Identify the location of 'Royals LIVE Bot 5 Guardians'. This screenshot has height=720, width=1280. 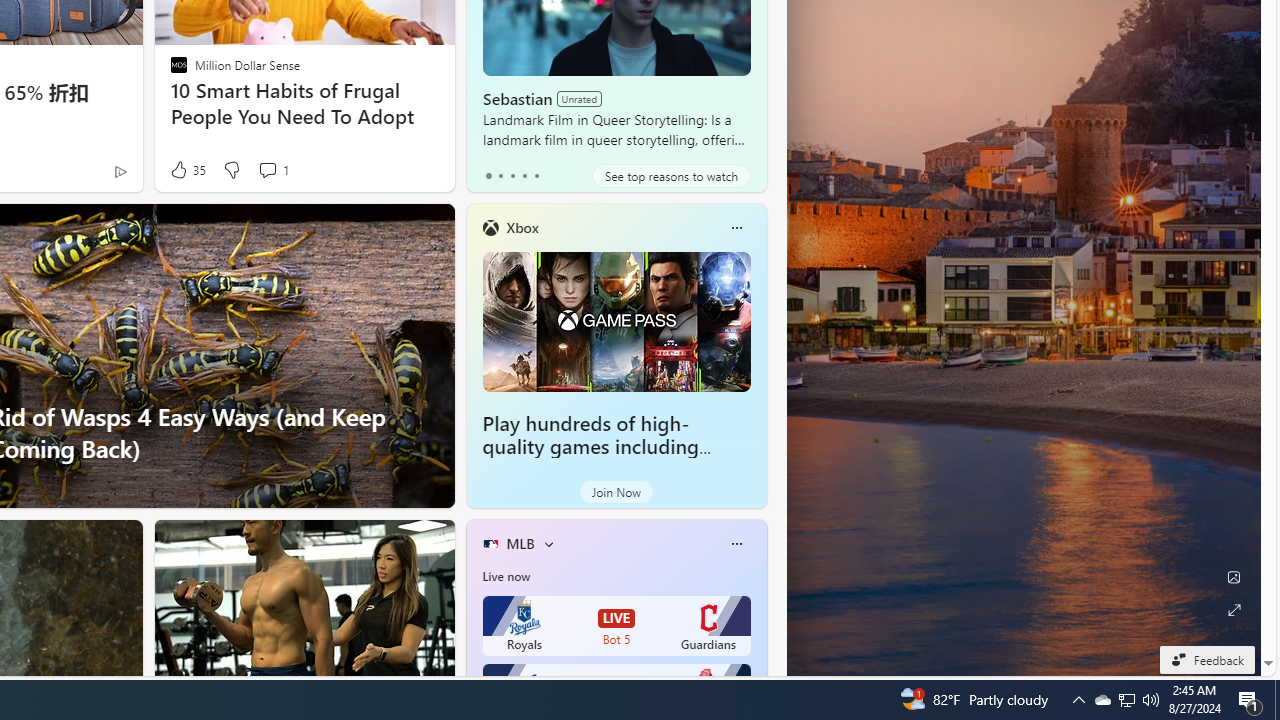
(615, 625).